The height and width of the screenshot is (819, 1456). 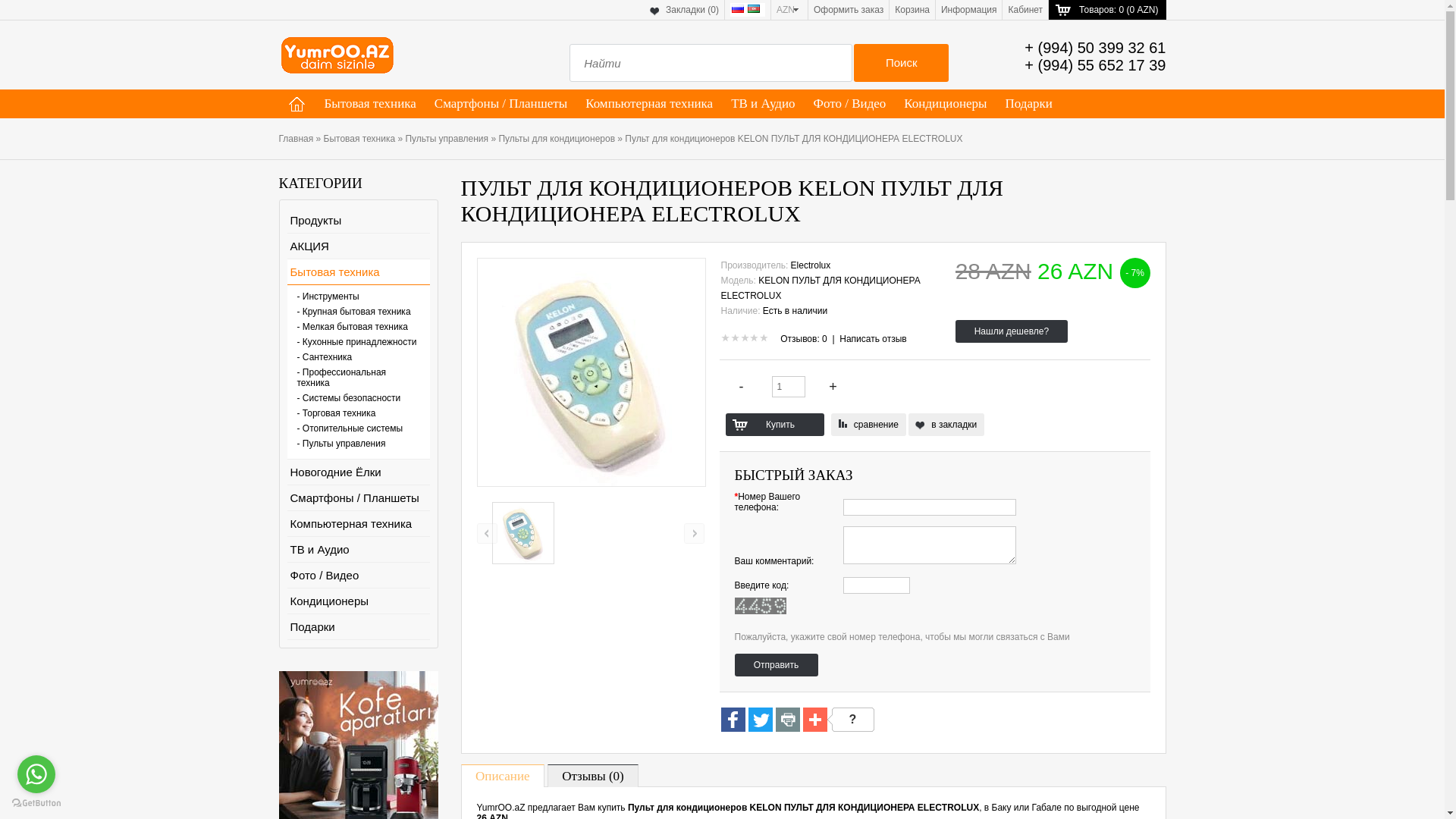 What do you see at coordinates (760, 720) in the screenshot?
I see `'Twitter'` at bounding box center [760, 720].